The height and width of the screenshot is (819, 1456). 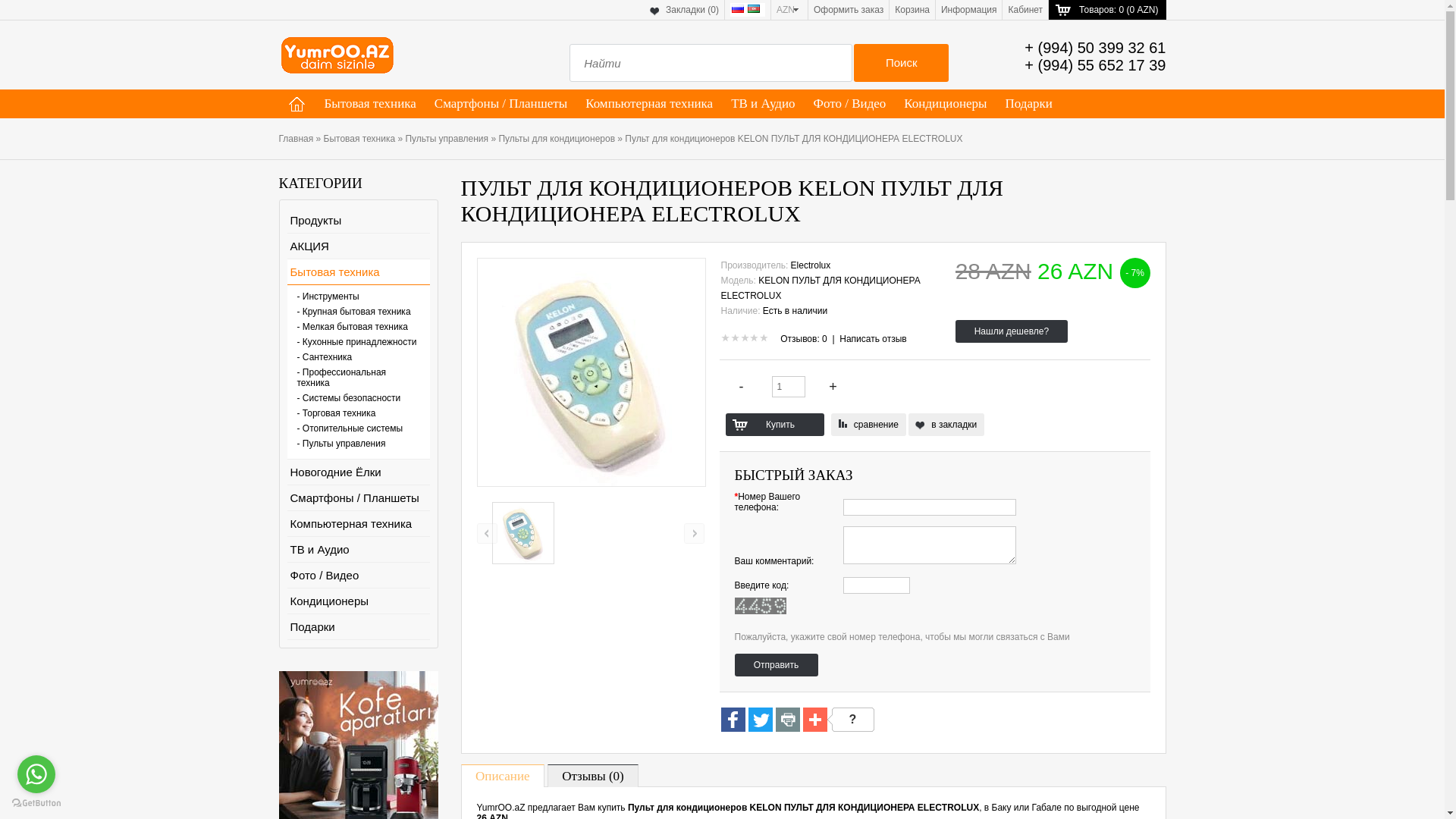 What do you see at coordinates (760, 720) in the screenshot?
I see `'Twitter'` at bounding box center [760, 720].